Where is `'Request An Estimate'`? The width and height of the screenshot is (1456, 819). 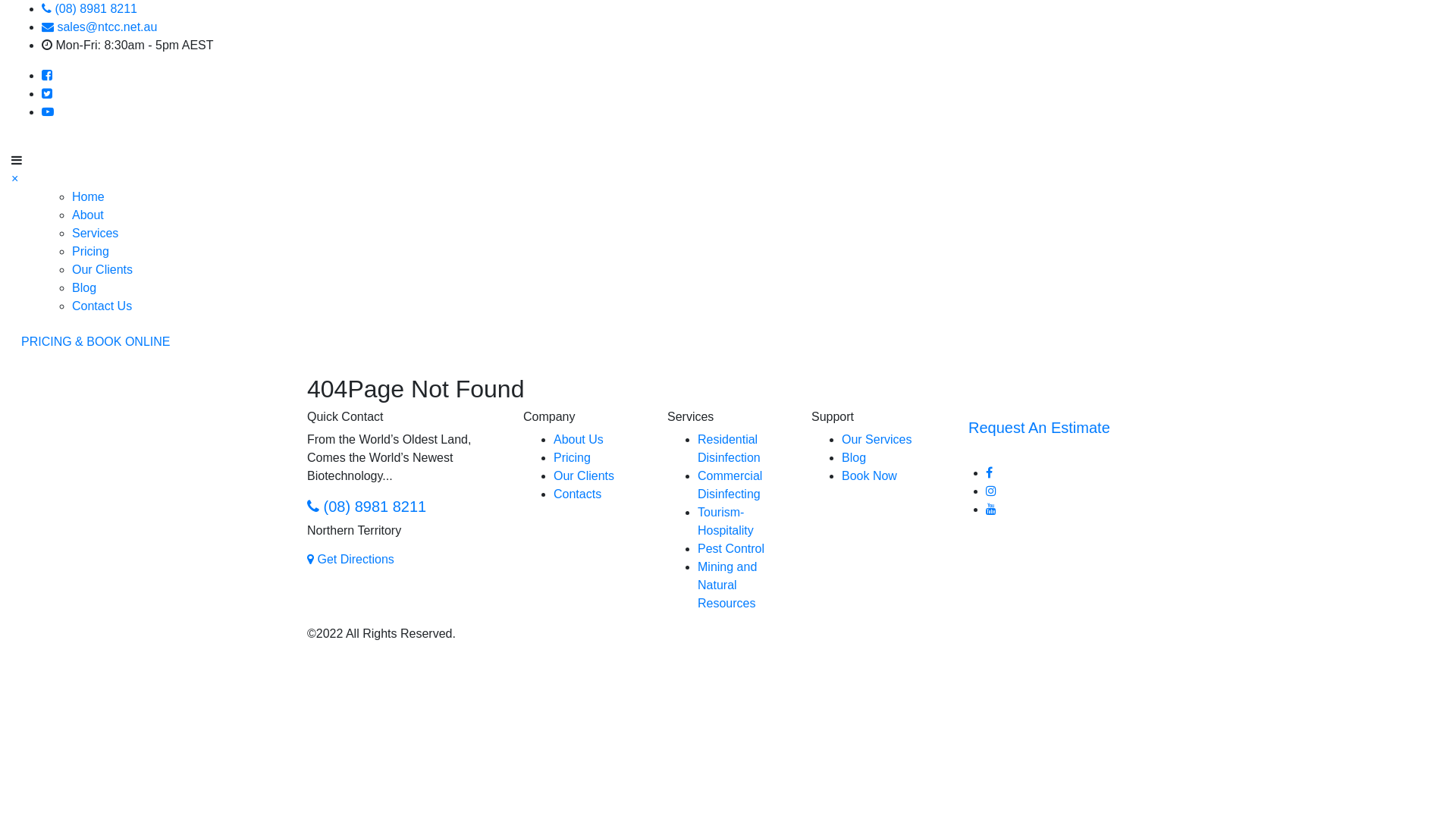
'Request An Estimate' is located at coordinates (1038, 427).